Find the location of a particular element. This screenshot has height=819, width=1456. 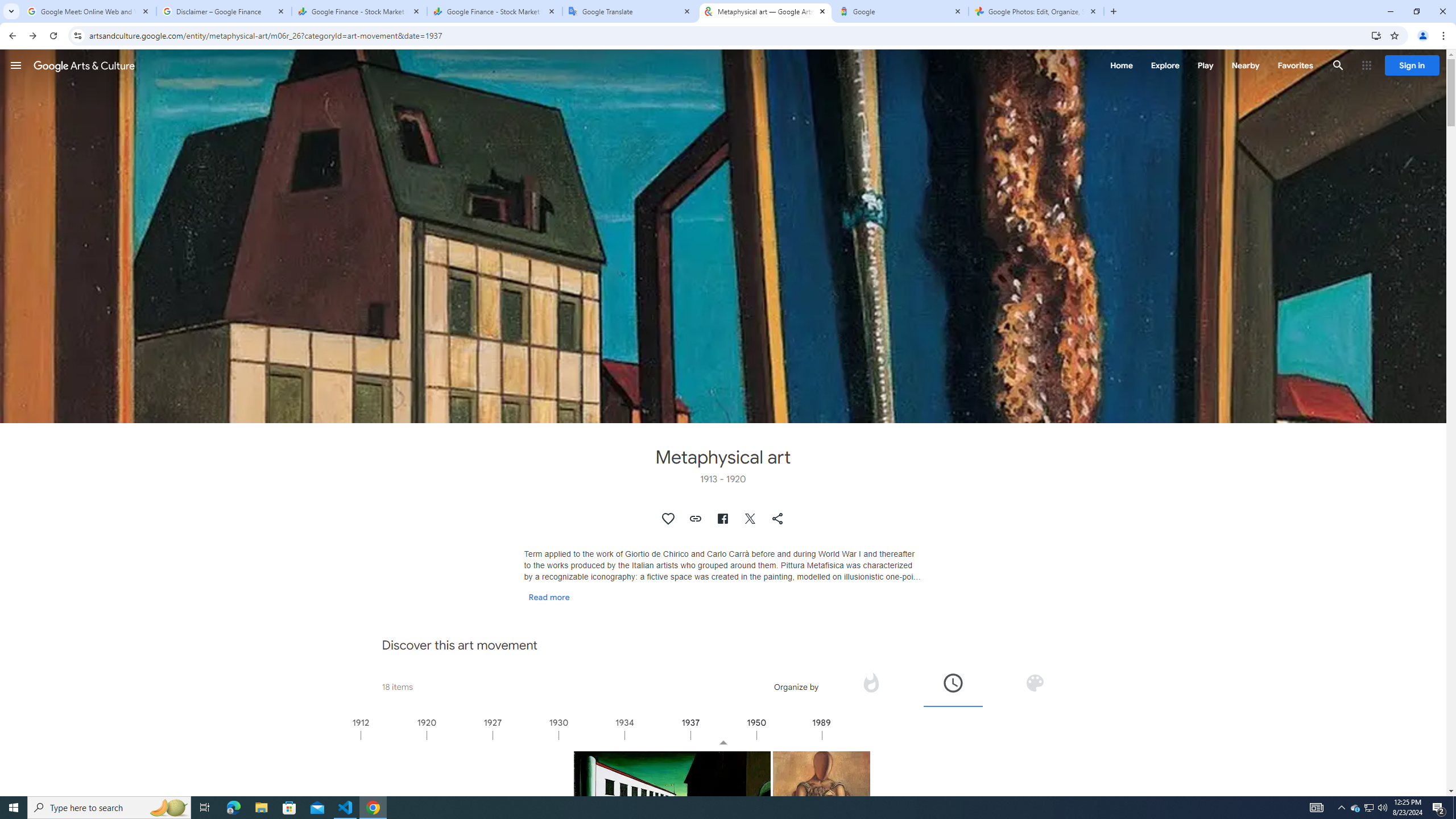

'Favorites' is located at coordinates (1294, 65).